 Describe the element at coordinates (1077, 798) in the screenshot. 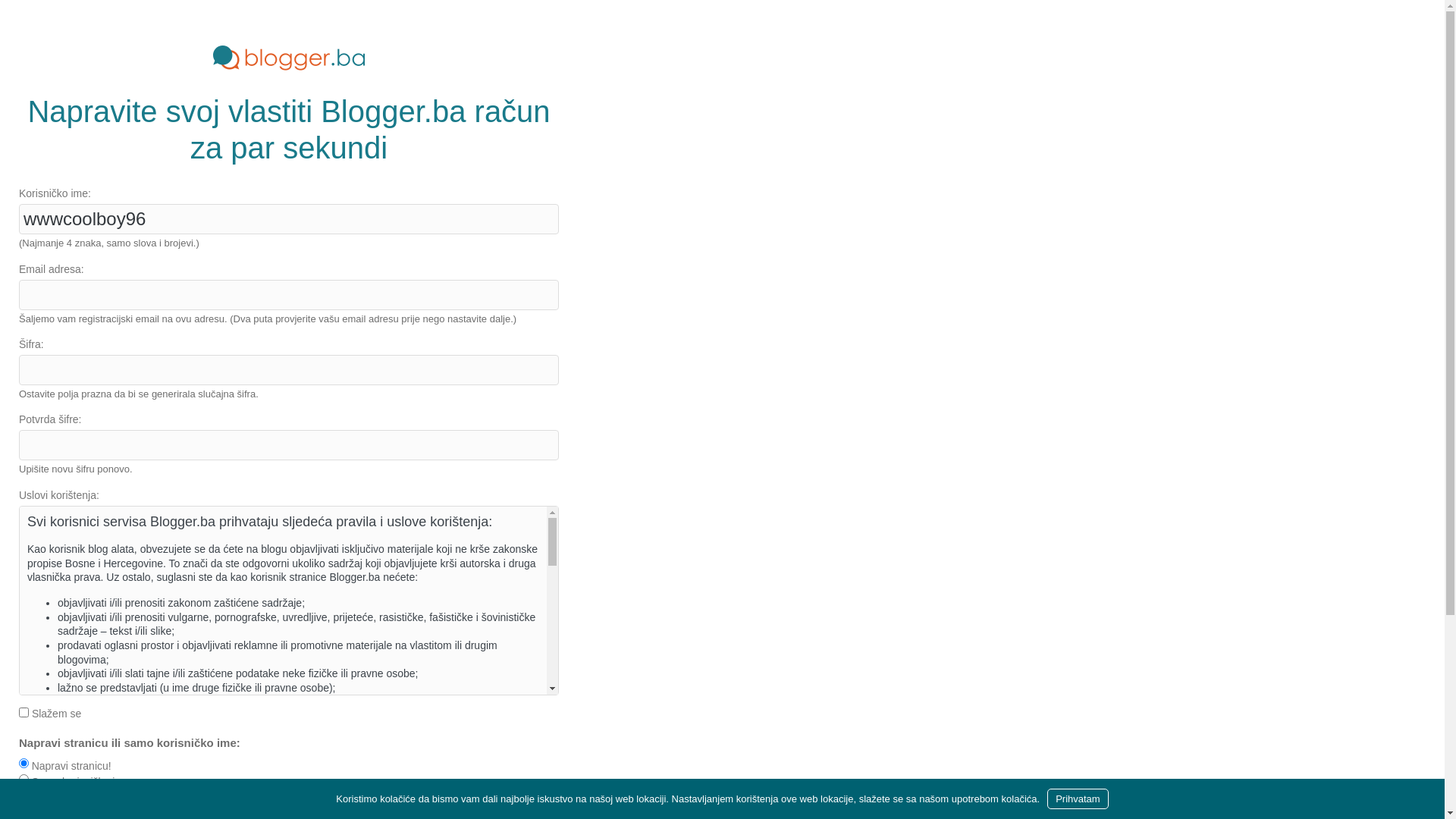

I see `'Prihvatam'` at that location.